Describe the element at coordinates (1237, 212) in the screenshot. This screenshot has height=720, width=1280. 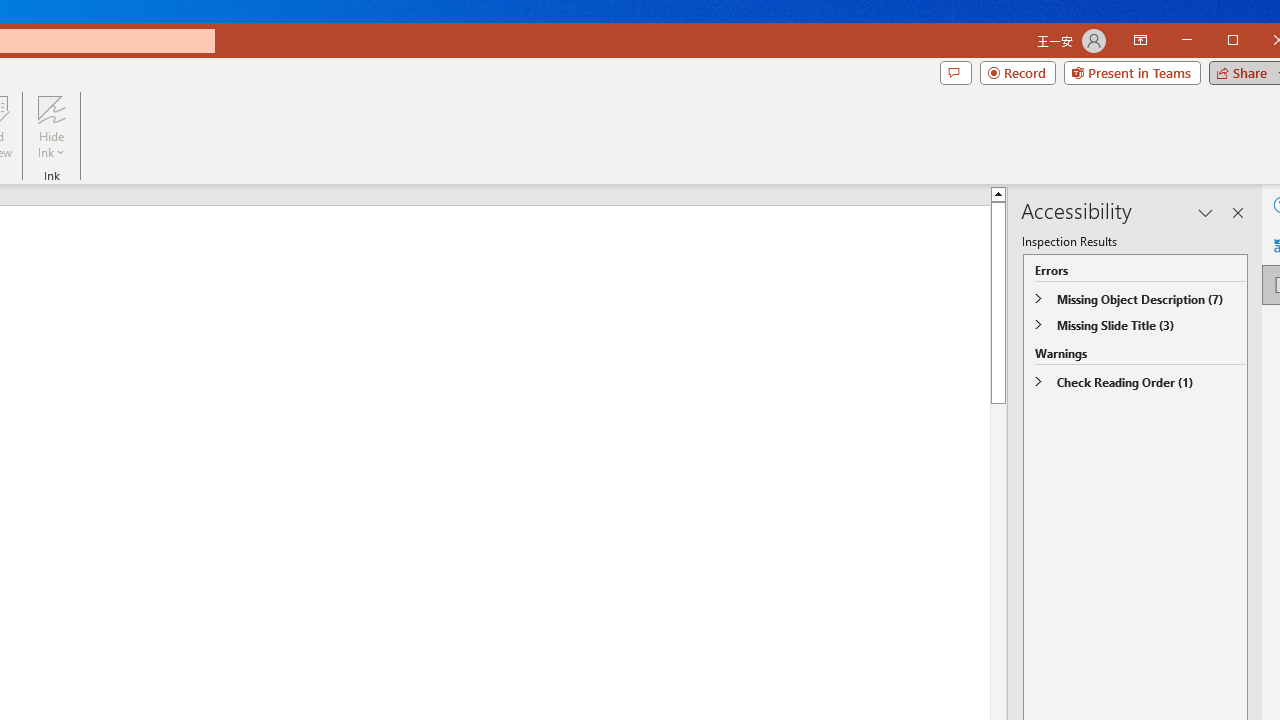
I see `'Close pane'` at that location.